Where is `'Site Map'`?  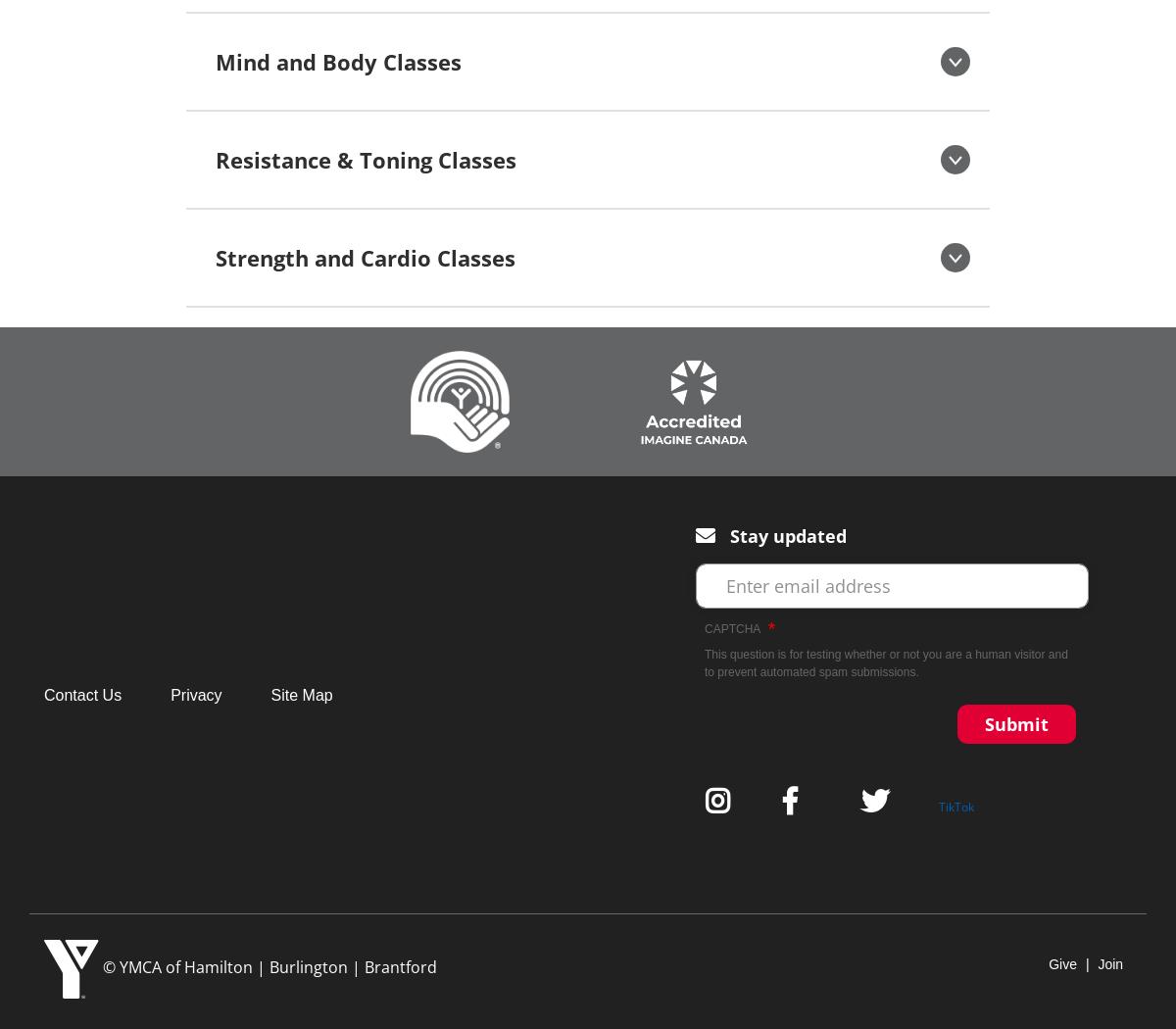
'Site Map' is located at coordinates (301, 694).